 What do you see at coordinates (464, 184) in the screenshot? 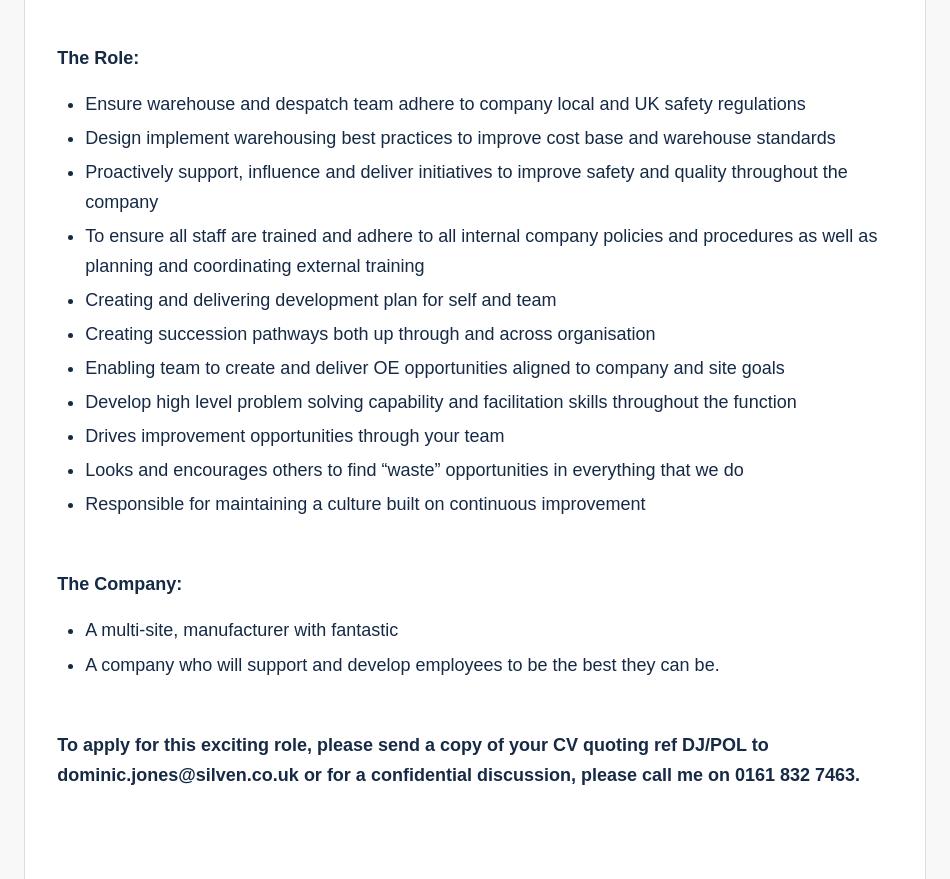
I see `'Proactively support, influence and deliver initiatives to improve safety and quality throughout the company'` at bounding box center [464, 184].